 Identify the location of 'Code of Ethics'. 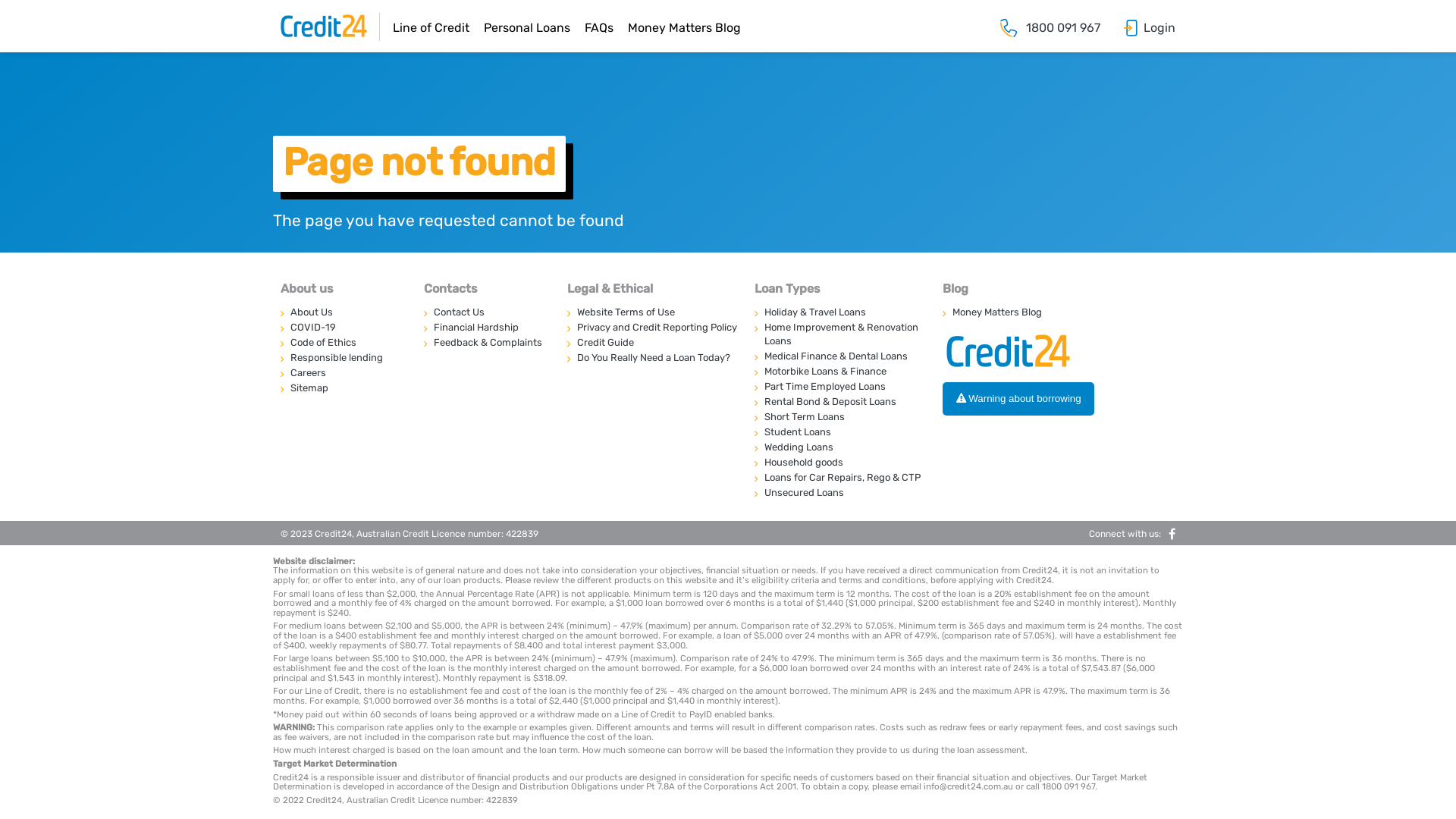
(342, 342).